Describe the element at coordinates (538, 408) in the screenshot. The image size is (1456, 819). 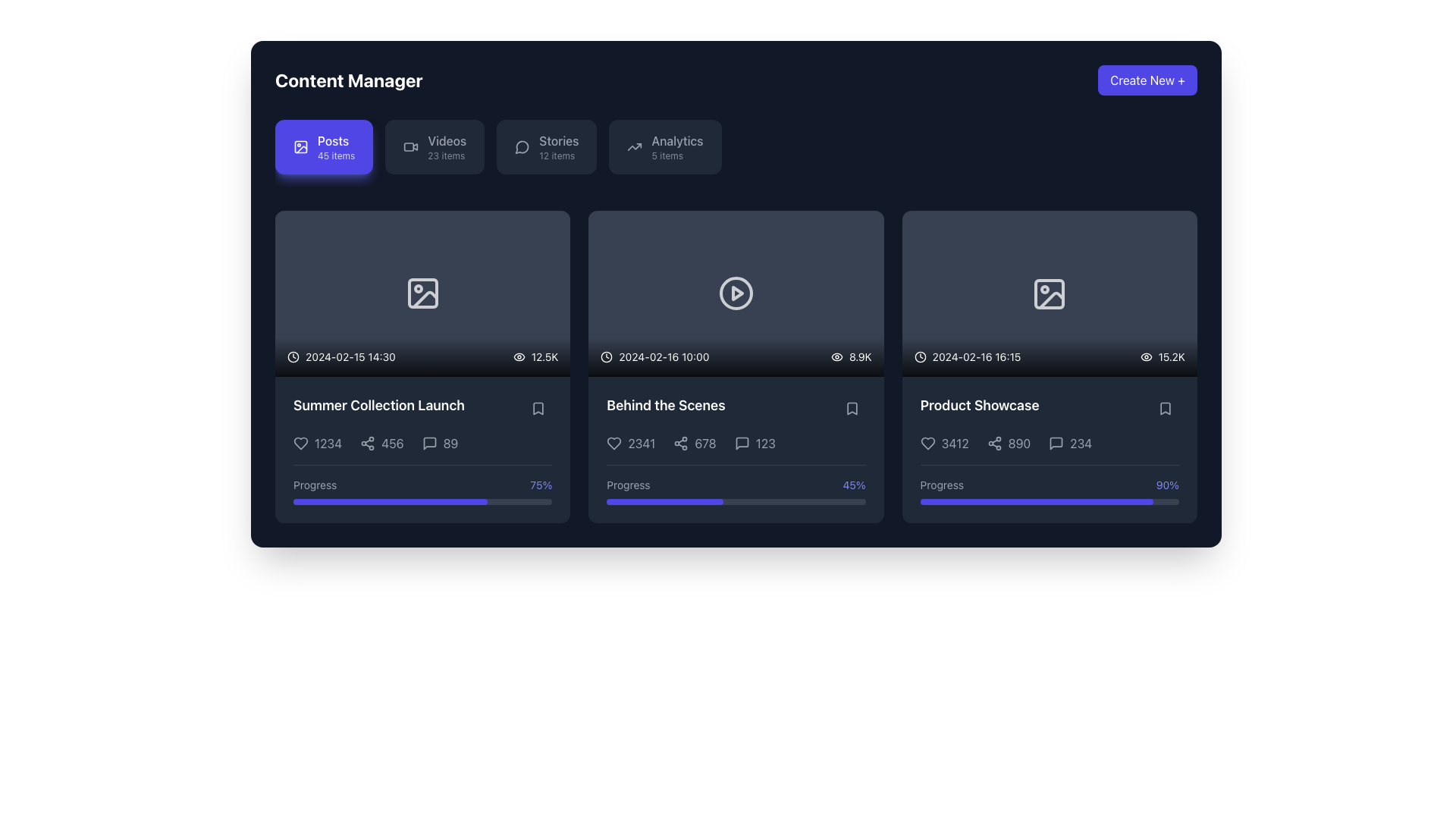
I see `the minimalist bookmark icon located in the 'Summer Collection Launch' section, positioned near the top-right corner next to the heart-shaped icon` at that location.